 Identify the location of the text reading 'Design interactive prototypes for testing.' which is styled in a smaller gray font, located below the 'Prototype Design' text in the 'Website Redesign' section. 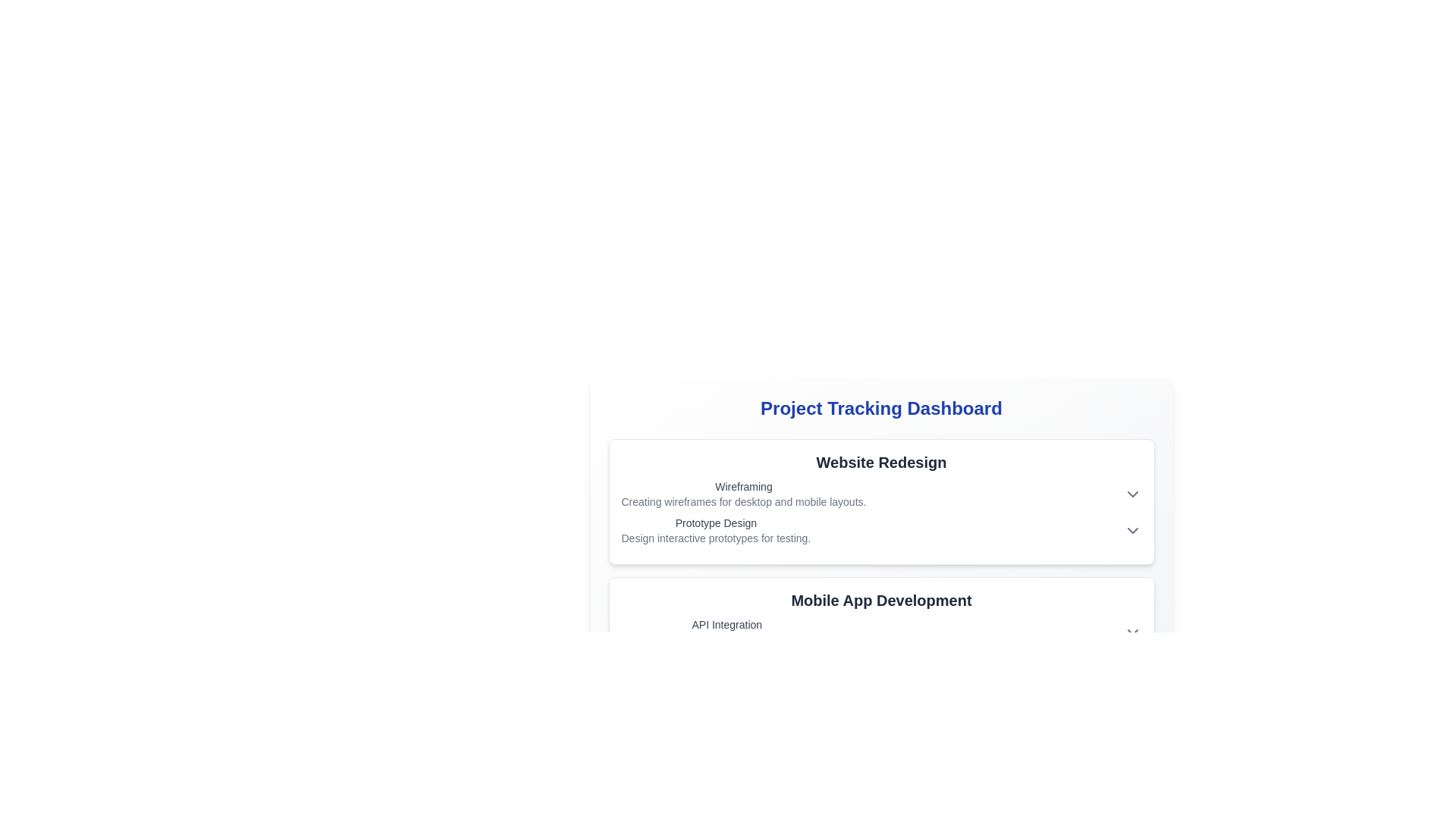
(715, 537).